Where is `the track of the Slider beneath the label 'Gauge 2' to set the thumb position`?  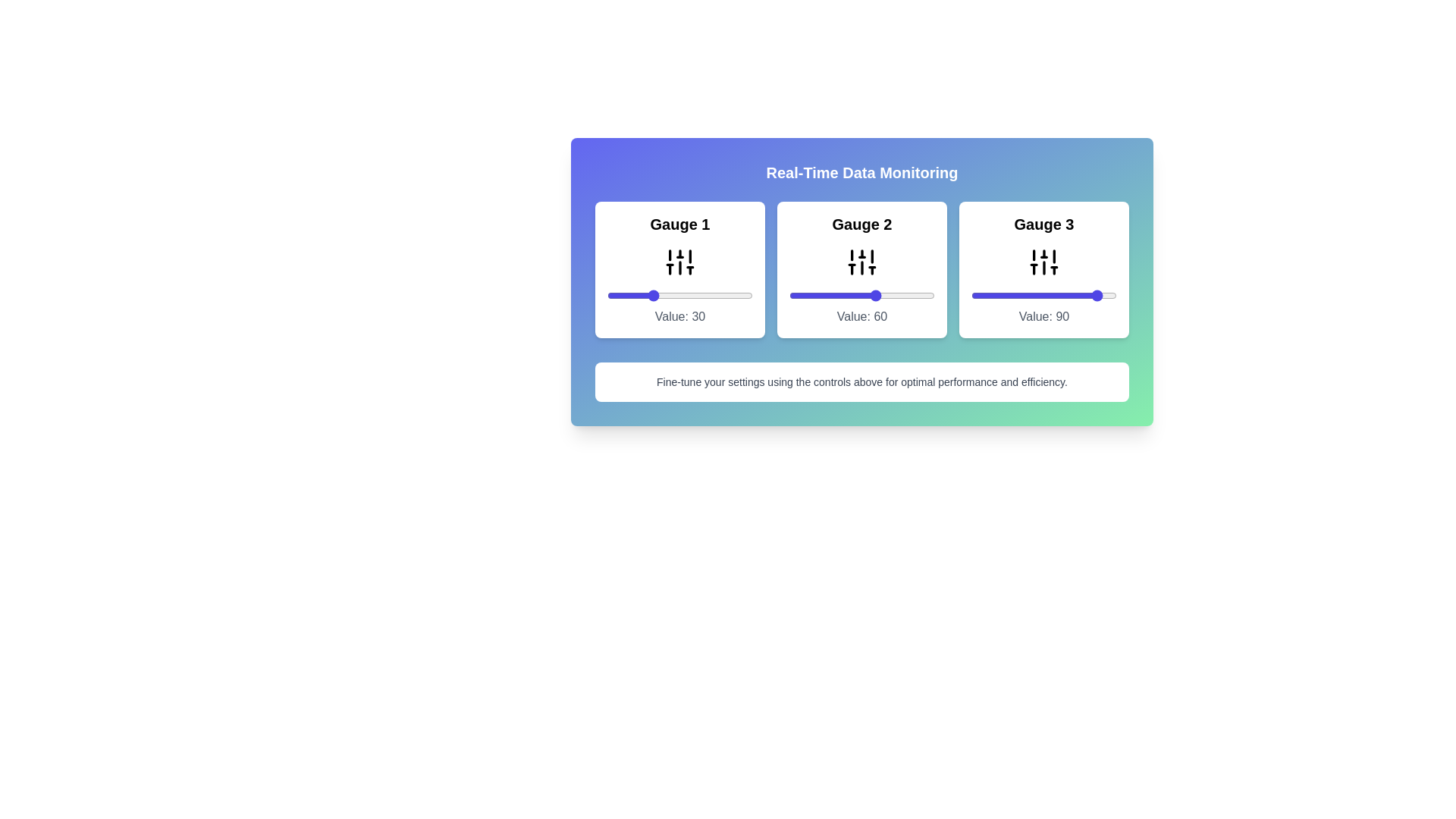 the track of the Slider beneath the label 'Gauge 2' to set the thumb position is located at coordinates (862, 295).